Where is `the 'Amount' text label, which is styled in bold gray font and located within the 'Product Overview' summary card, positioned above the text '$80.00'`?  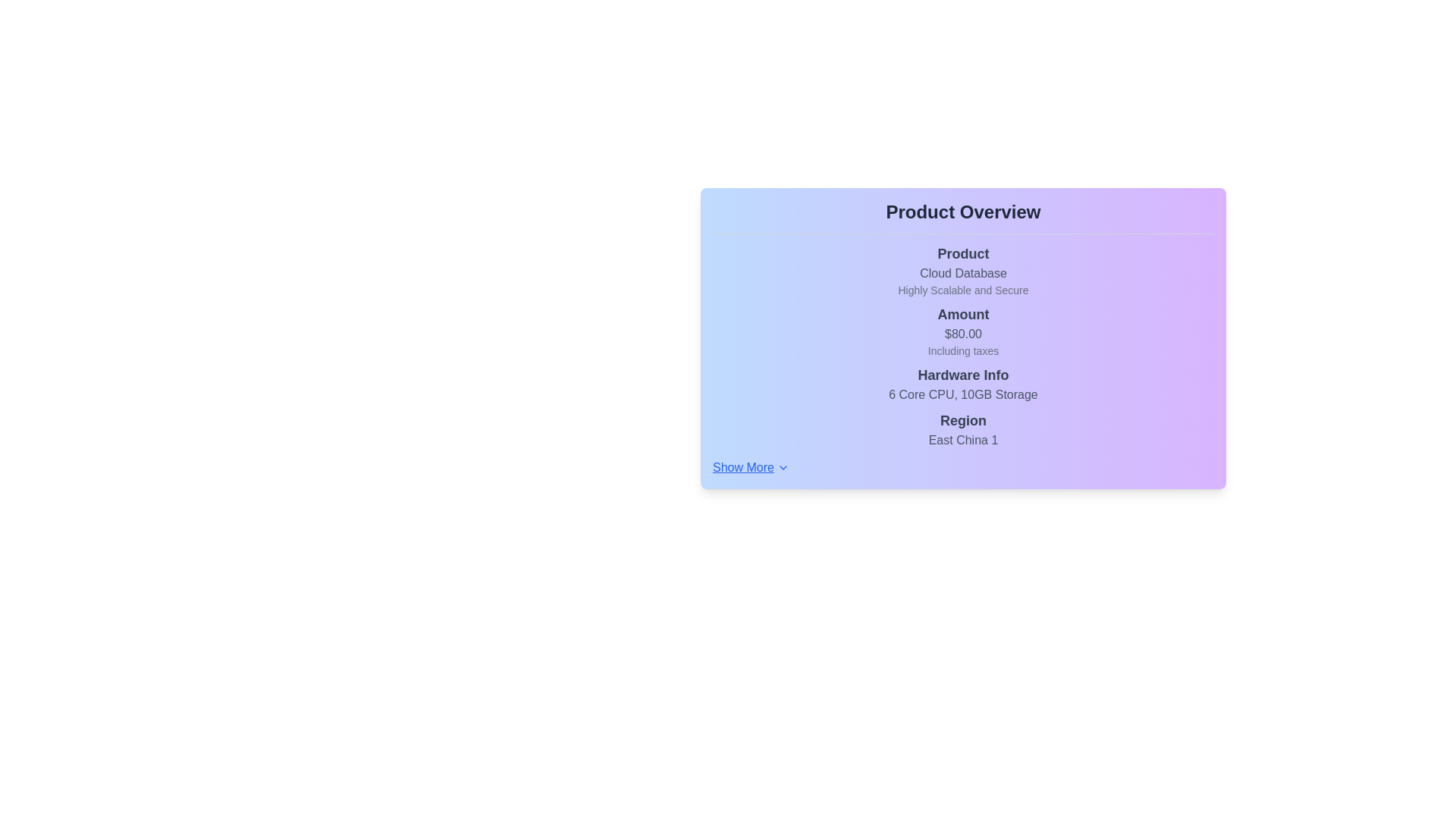
the 'Amount' text label, which is styled in bold gray font and located within the 'Product Overview' summary card, positioned above the text '$80.00' is located at coordinates (962, 314).